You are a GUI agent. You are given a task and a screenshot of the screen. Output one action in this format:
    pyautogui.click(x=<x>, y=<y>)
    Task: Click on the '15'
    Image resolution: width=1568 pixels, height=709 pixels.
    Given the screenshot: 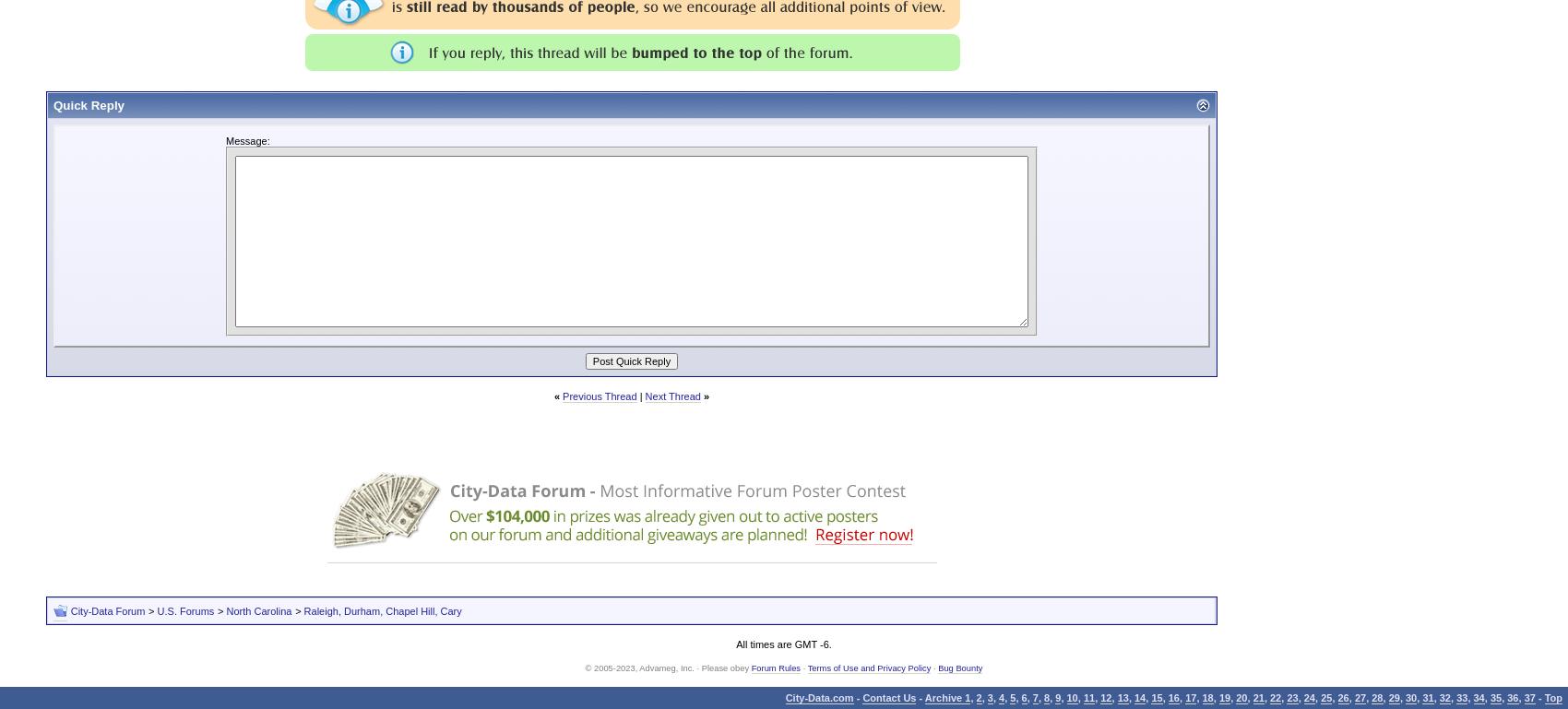 What is the action you would take?
    pyautogui.click(x=1149, y=697)
    